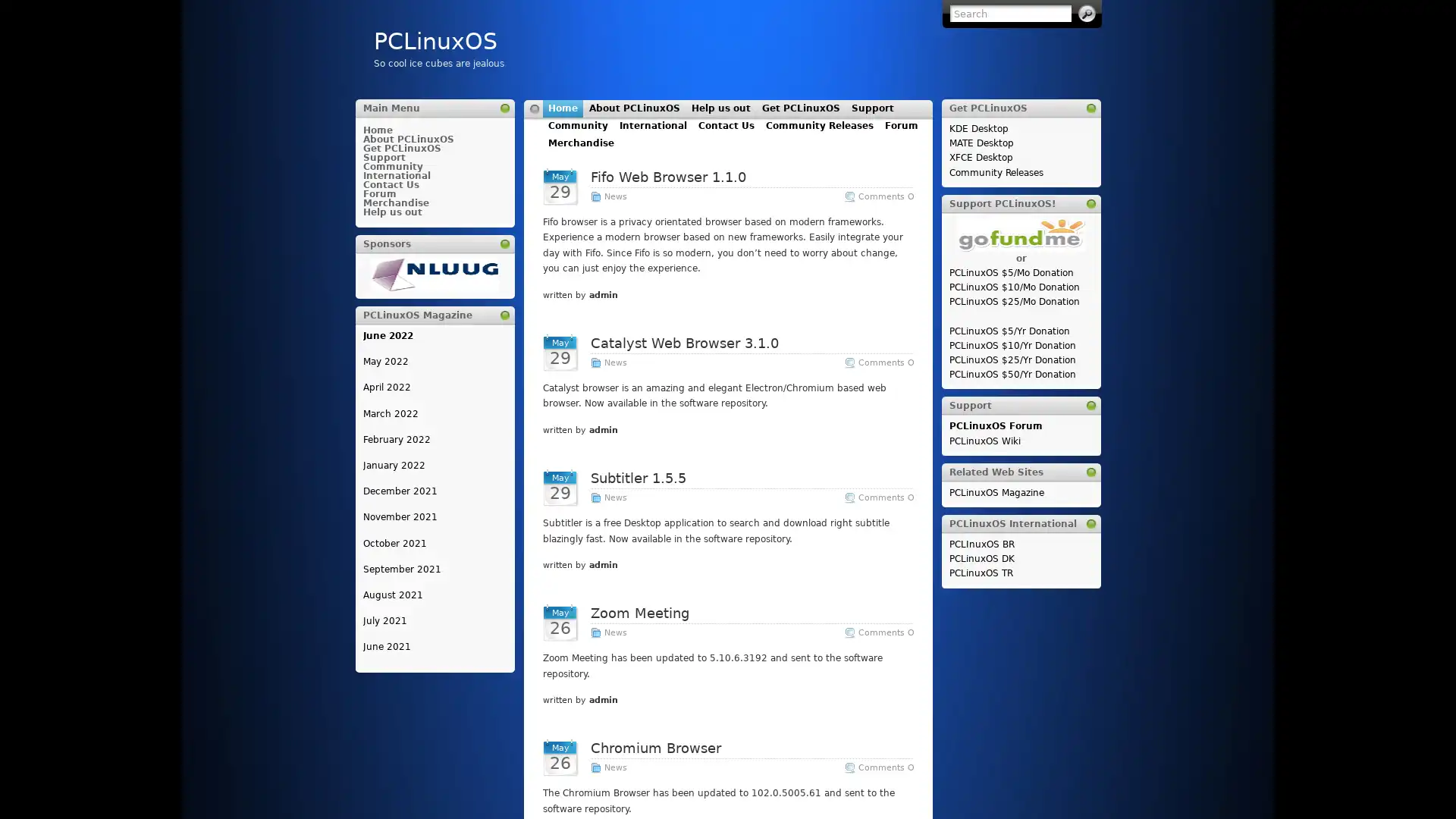 Image resolution: width=1456 pixels, height=819 pixels. What do you see at coordinates (1086, 14) in the screenshot?
I see `Go` at bounding box center [1086, 14].